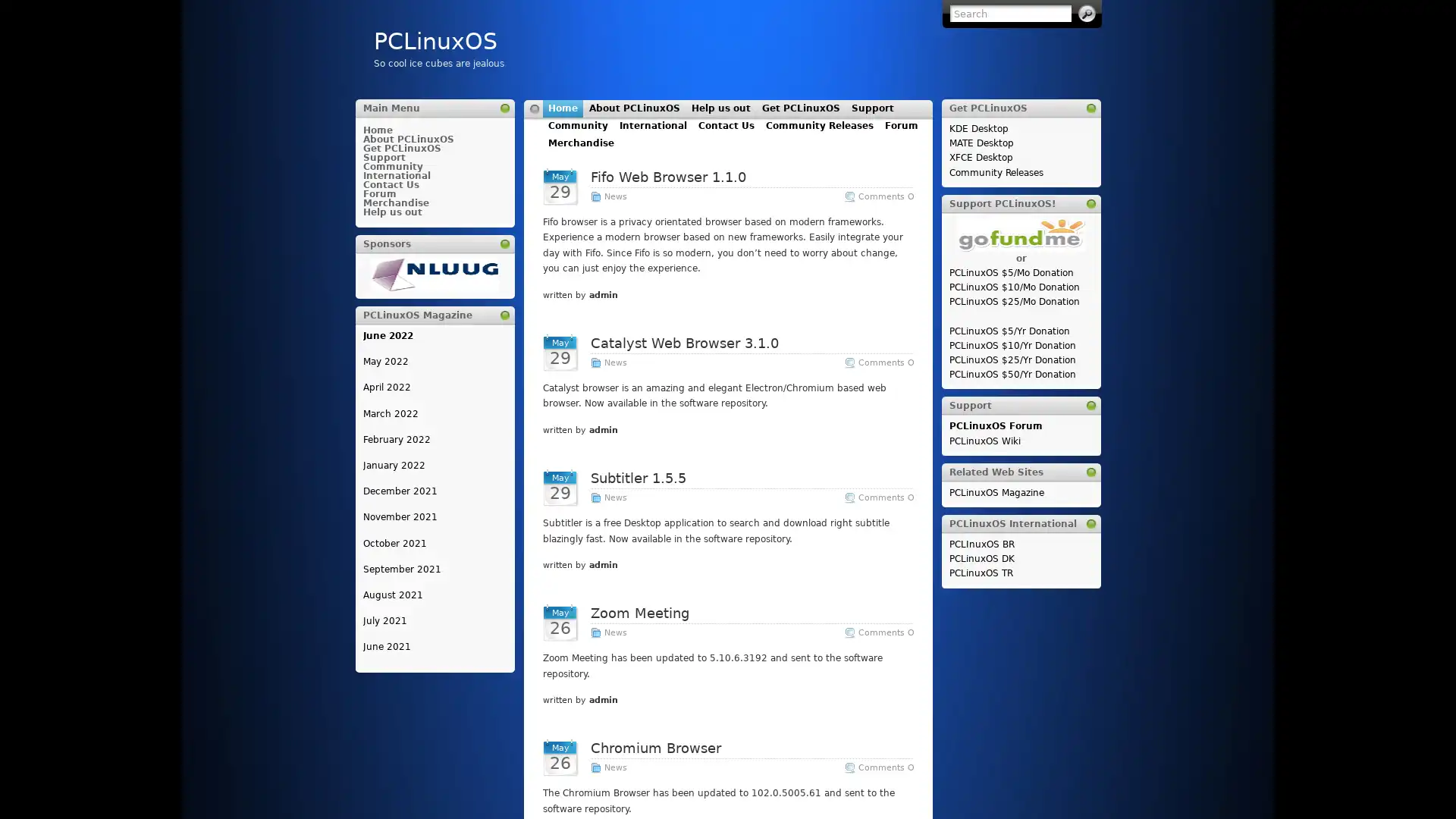 Image resolution: width=1456 pixels, height=819 pixels. What do you see at coordinates (1086, 14) in the screenshot?
I see `Go` at bounding box center [1086, 14].